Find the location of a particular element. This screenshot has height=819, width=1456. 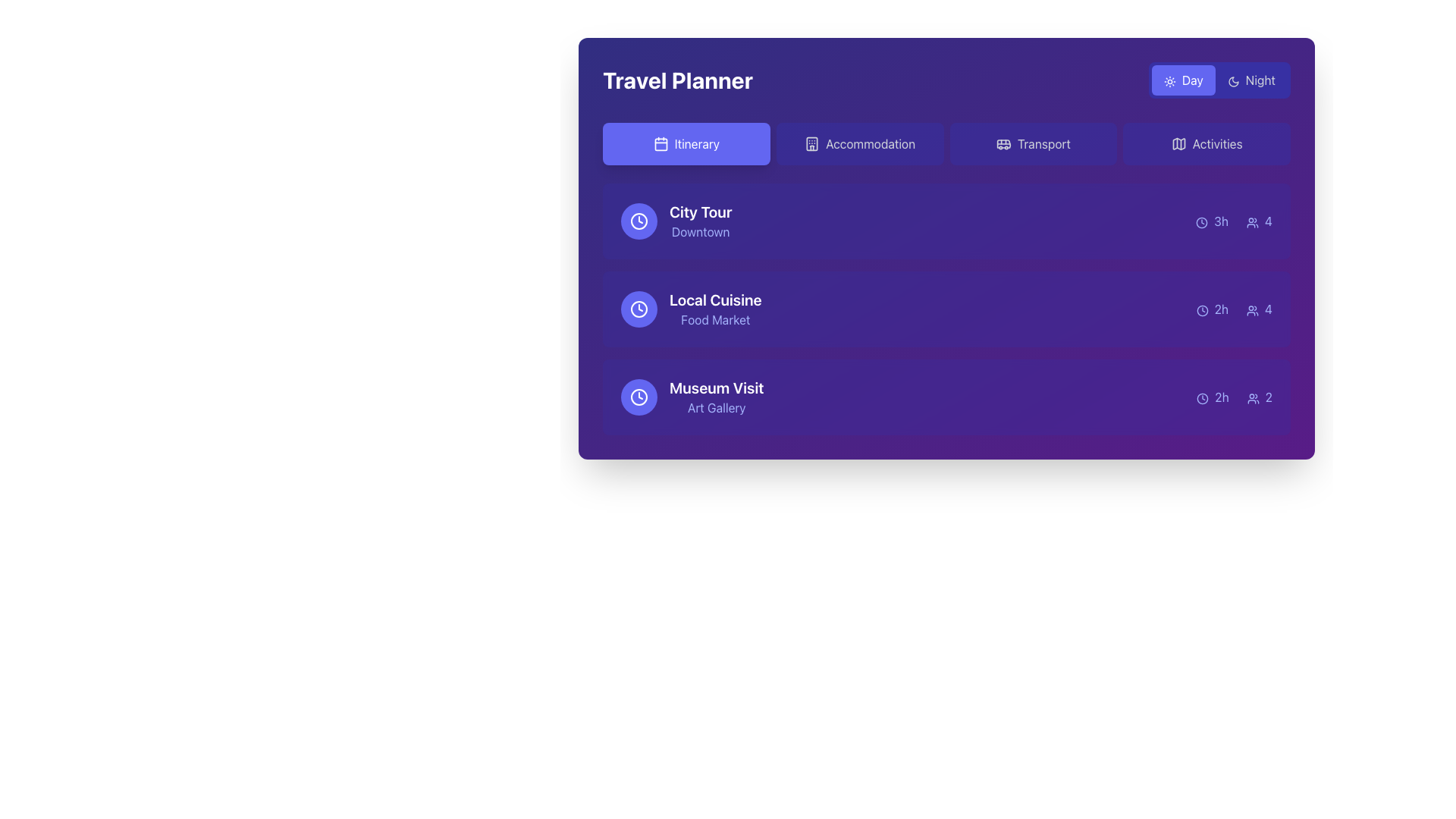

the time-related icon associated with the 'Museum Visit' entry in the travel planner interface, located to the left of the text 'Museum Visit' is located at coordinates (639, 397).